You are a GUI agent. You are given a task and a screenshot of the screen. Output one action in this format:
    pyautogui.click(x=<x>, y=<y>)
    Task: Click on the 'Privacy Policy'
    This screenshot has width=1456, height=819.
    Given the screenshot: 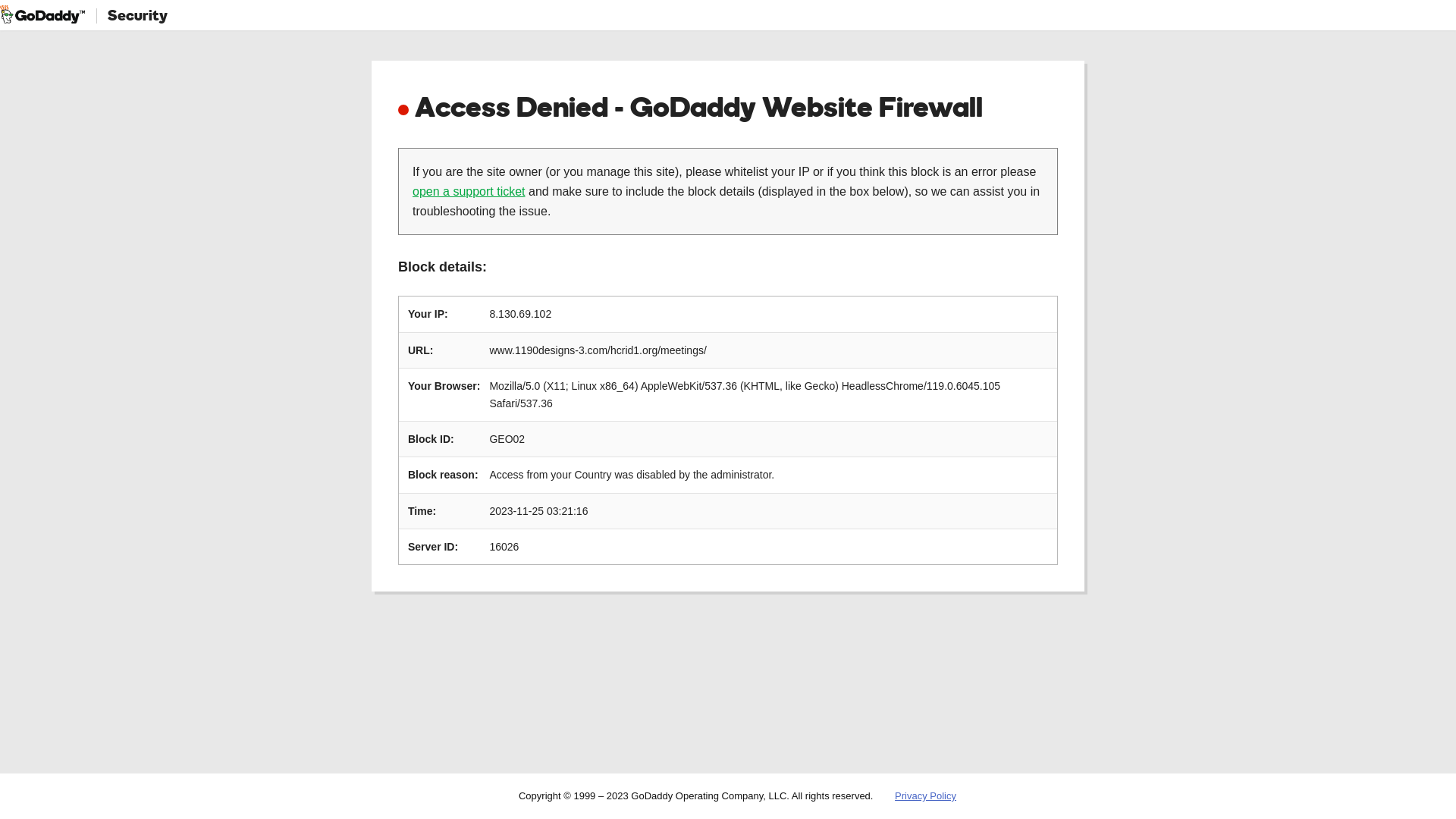 What is the action you would take?
    pyautogui.click(x=924, y=795)
    